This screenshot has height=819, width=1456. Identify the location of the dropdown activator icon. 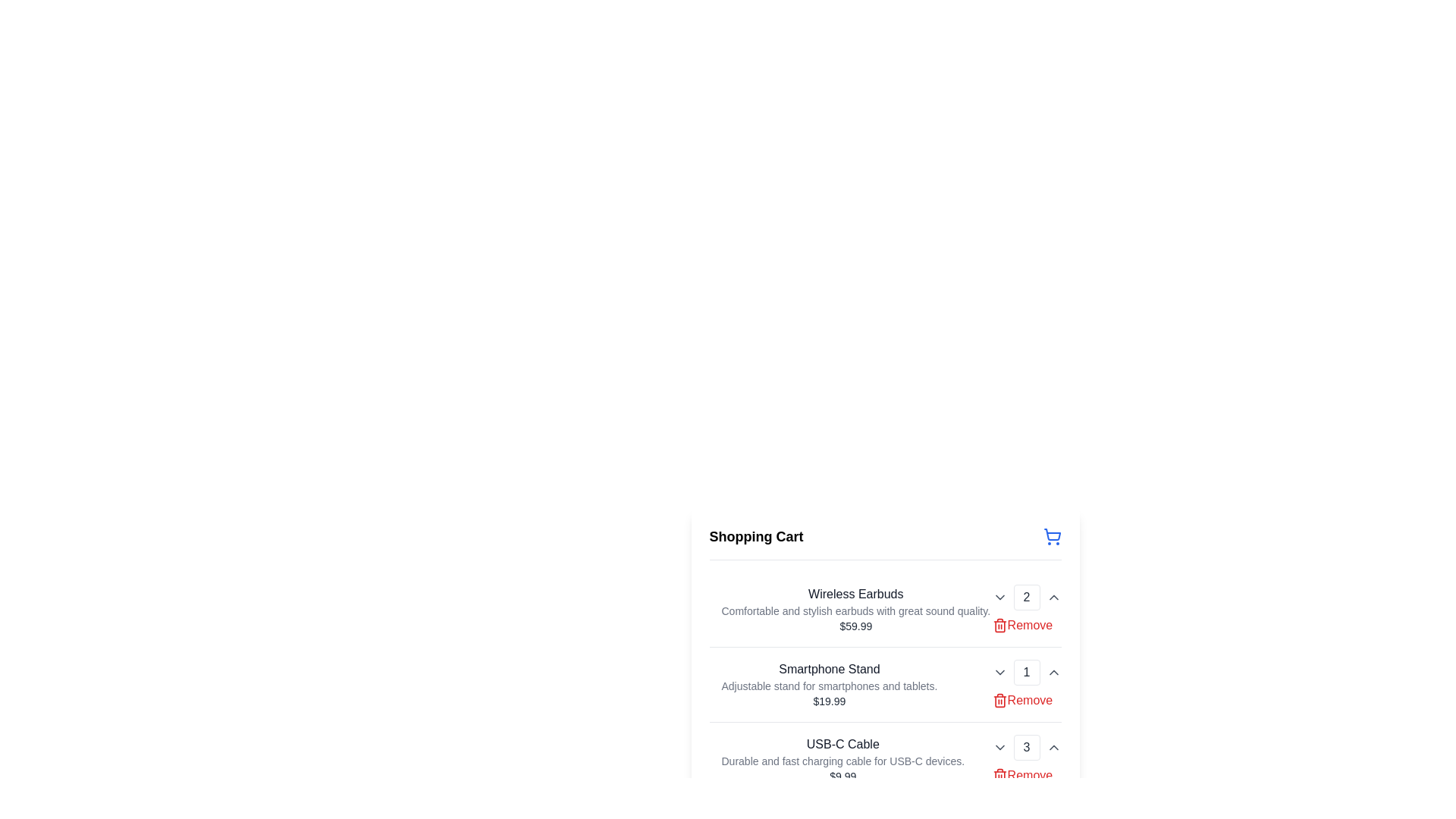
(999, 672).